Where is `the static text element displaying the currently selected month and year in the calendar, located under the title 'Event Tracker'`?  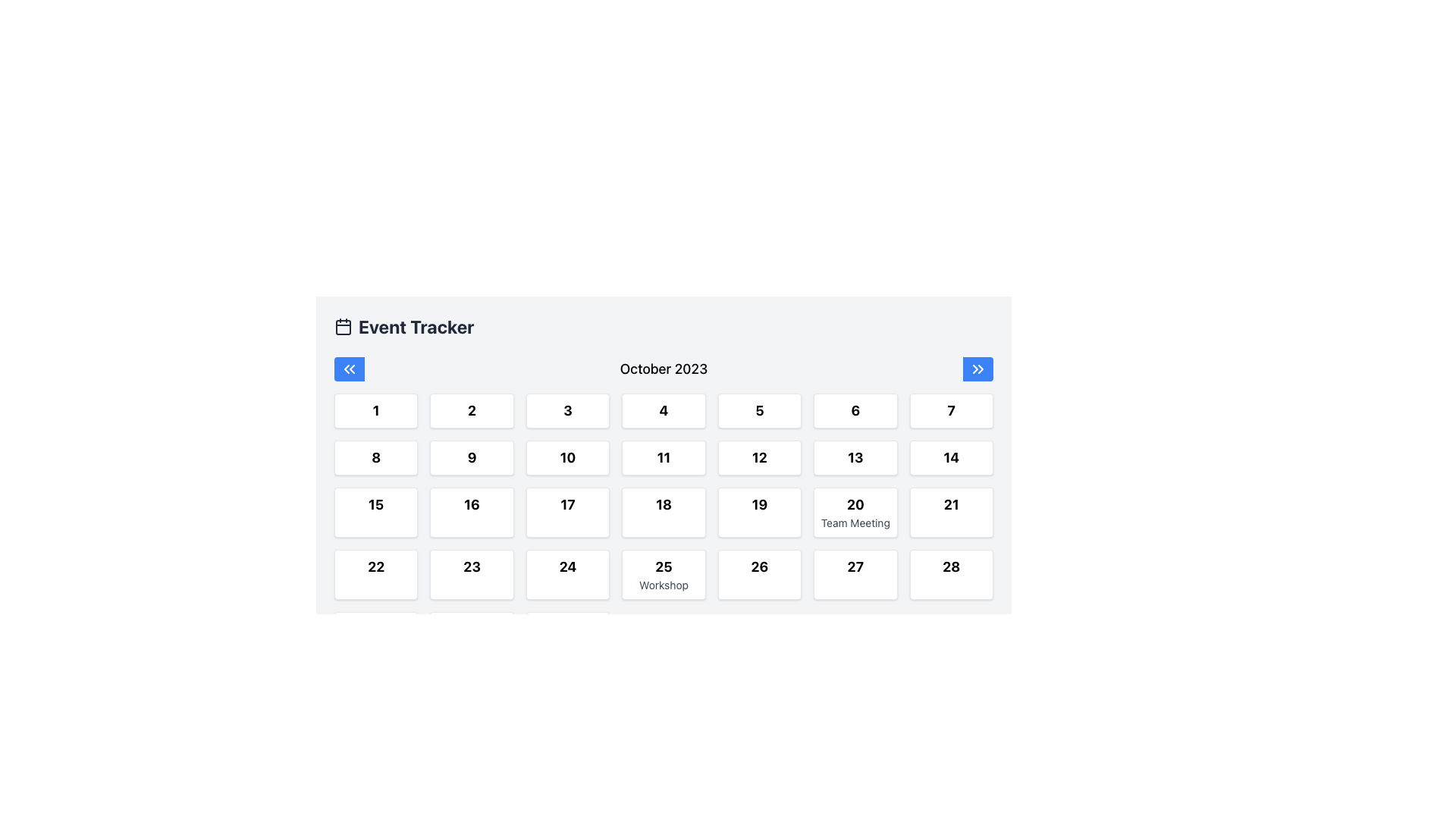 the static text element displaying the currently selected month and year in the calendar, located under the title 'Event Tracker' is located at coordinates (664, 369).